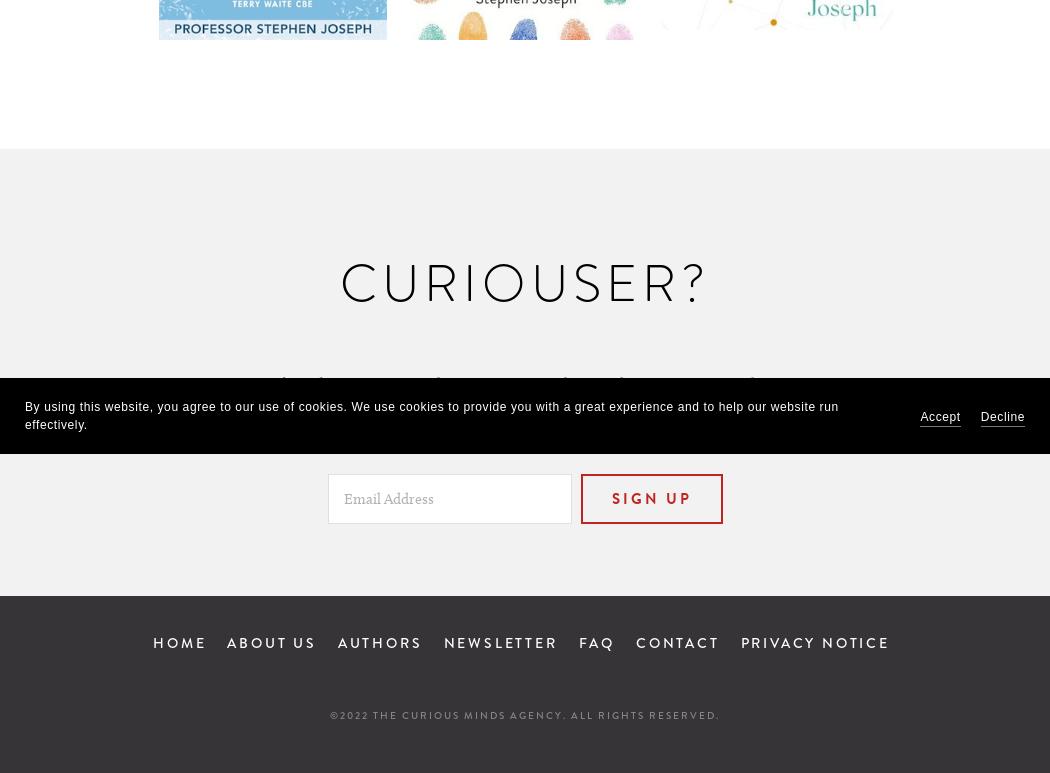 The height and width of the screenshot is (773, 1050). I want to click on 'Newsletter', so click(499, 642).